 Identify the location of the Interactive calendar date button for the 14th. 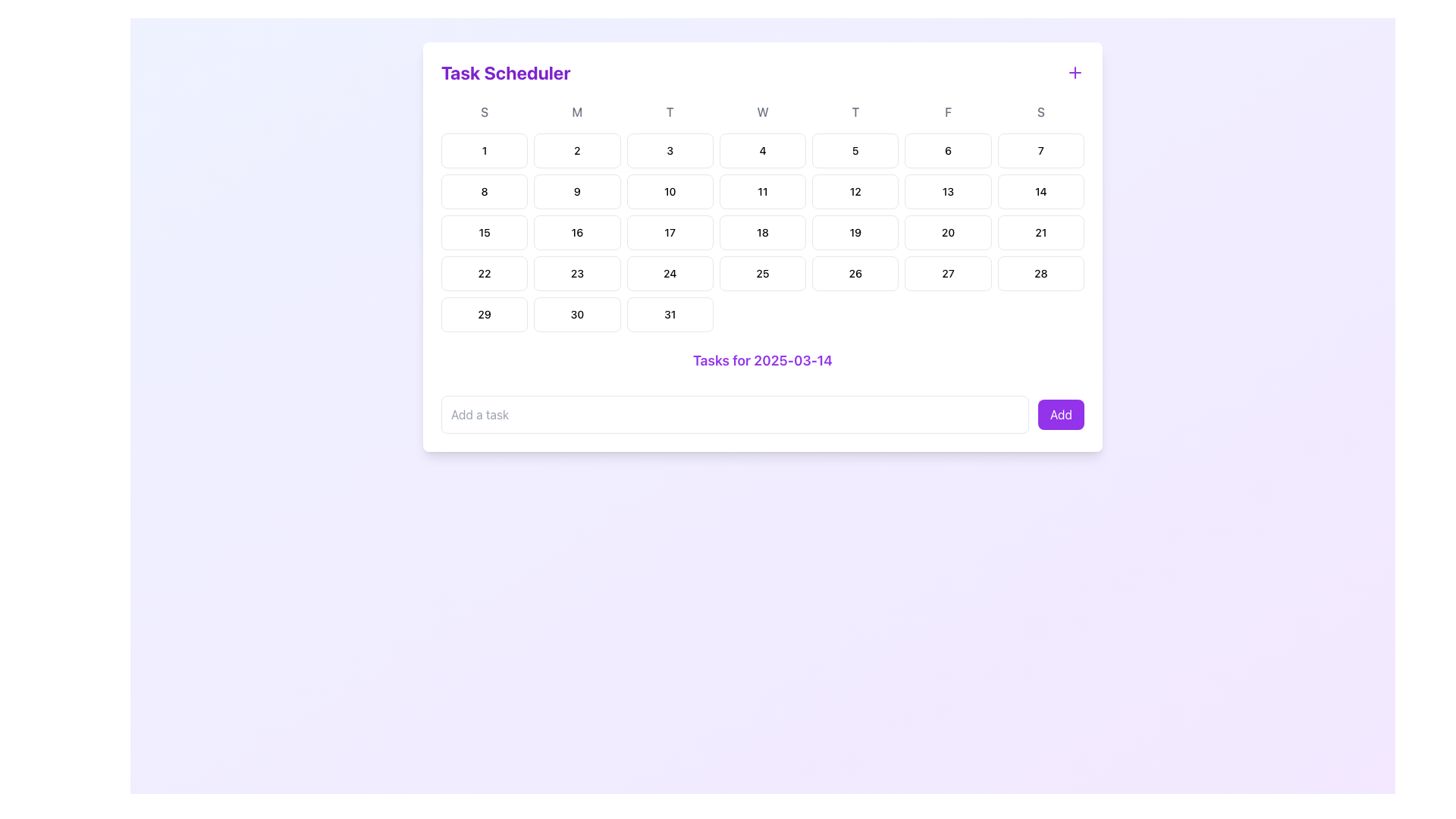
(1040, 191).